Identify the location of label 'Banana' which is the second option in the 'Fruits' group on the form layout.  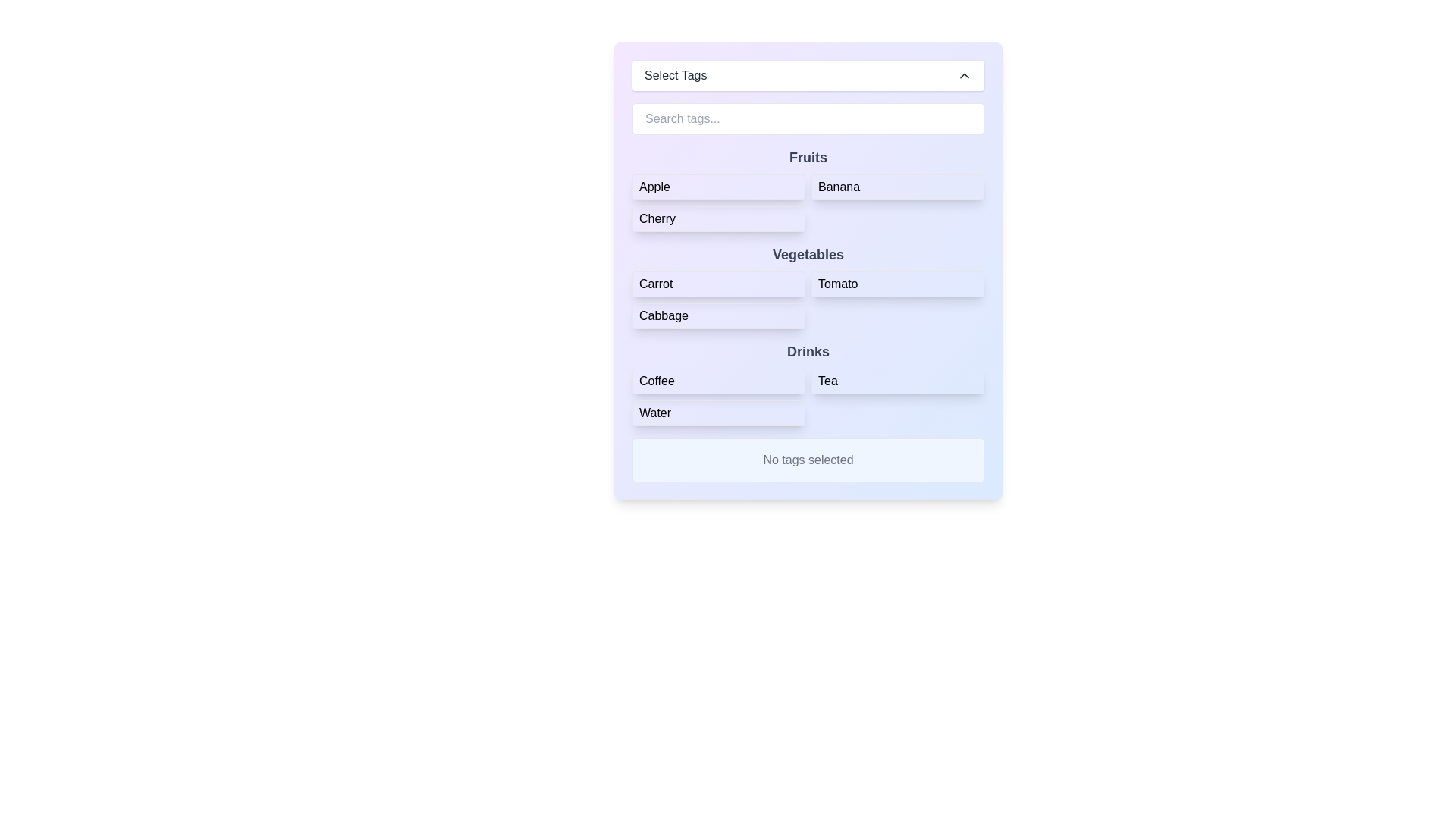
(838, 186).